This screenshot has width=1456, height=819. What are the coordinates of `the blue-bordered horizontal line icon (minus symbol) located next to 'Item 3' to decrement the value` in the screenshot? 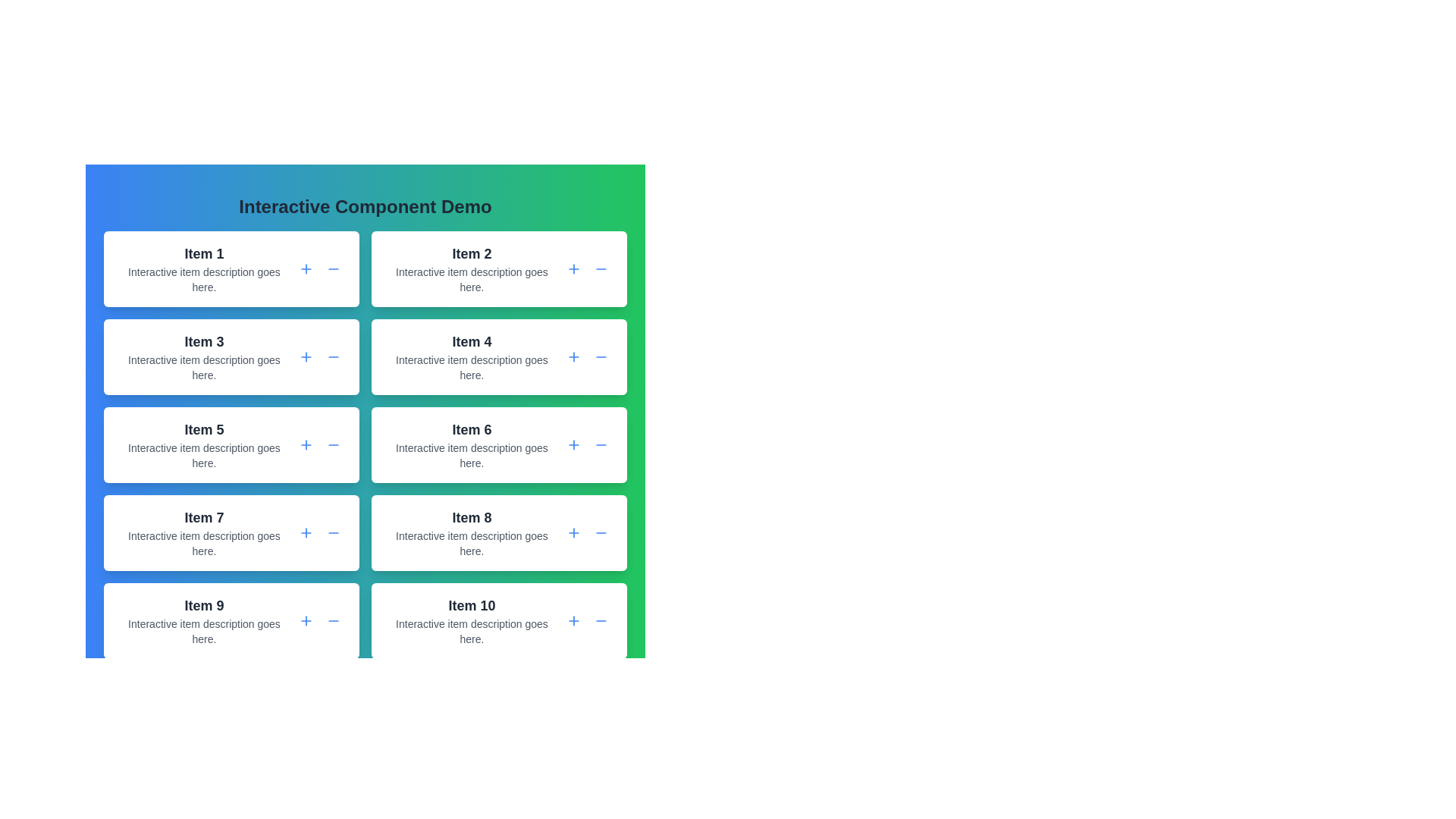 It's located at (333, 356).